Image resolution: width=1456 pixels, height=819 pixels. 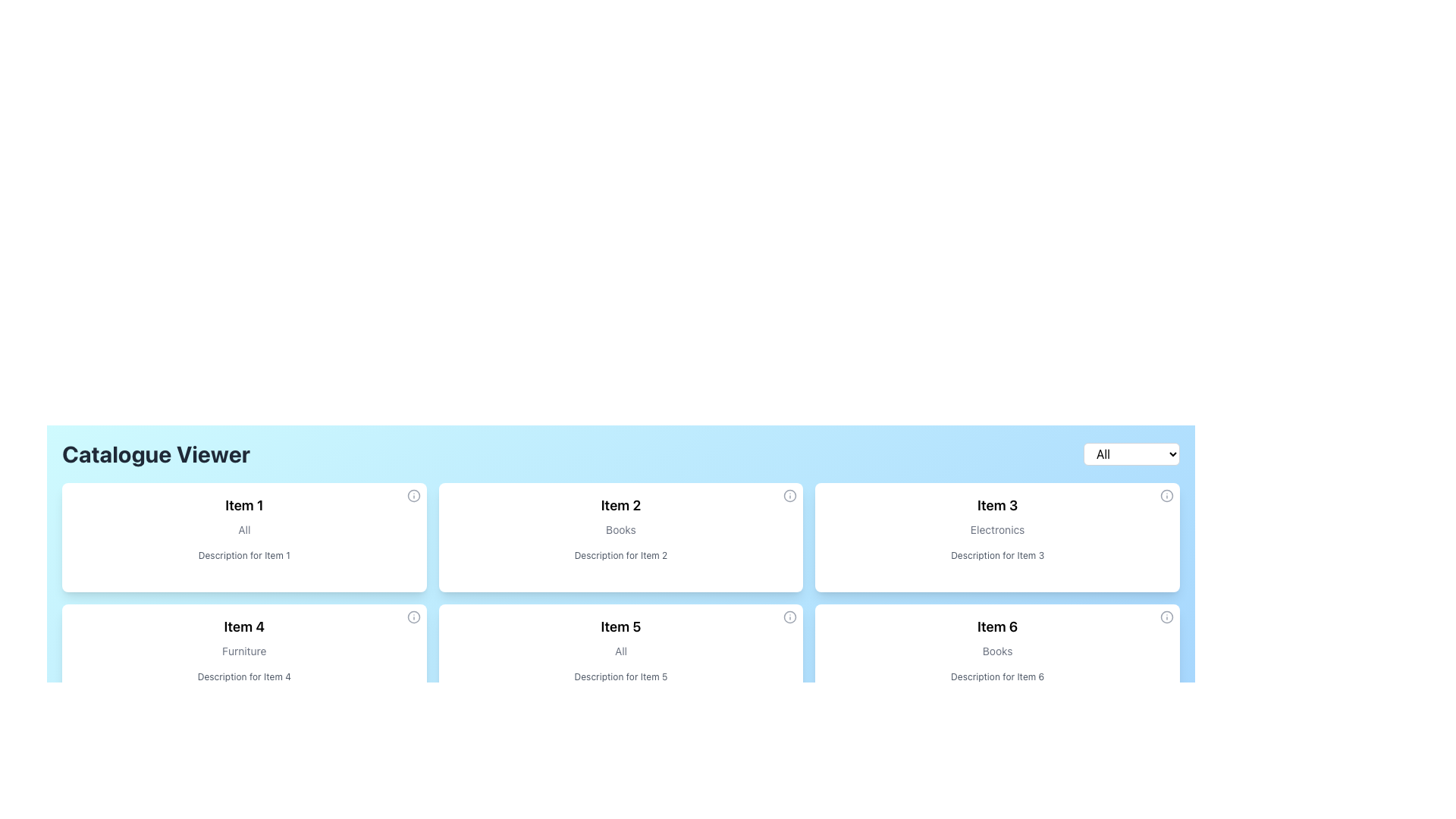 I want to click on the decorative circular vector graphic located in the top-right corner of the 'Item 1' card, which indicates its status or category, so click(x=413, y=496).